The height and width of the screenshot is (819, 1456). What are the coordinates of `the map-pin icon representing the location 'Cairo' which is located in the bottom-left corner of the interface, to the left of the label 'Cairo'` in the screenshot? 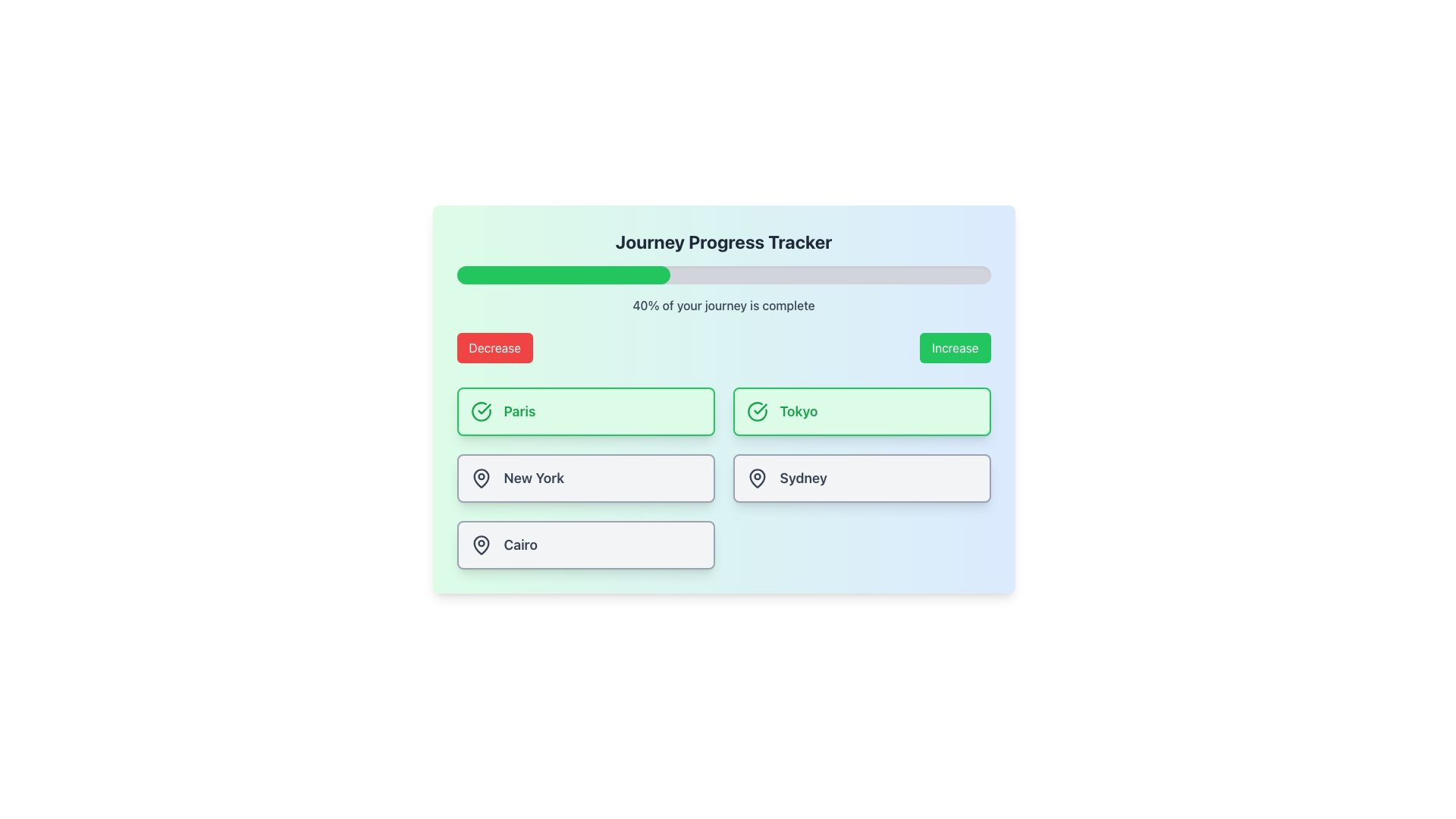 It's located at (480, 544).